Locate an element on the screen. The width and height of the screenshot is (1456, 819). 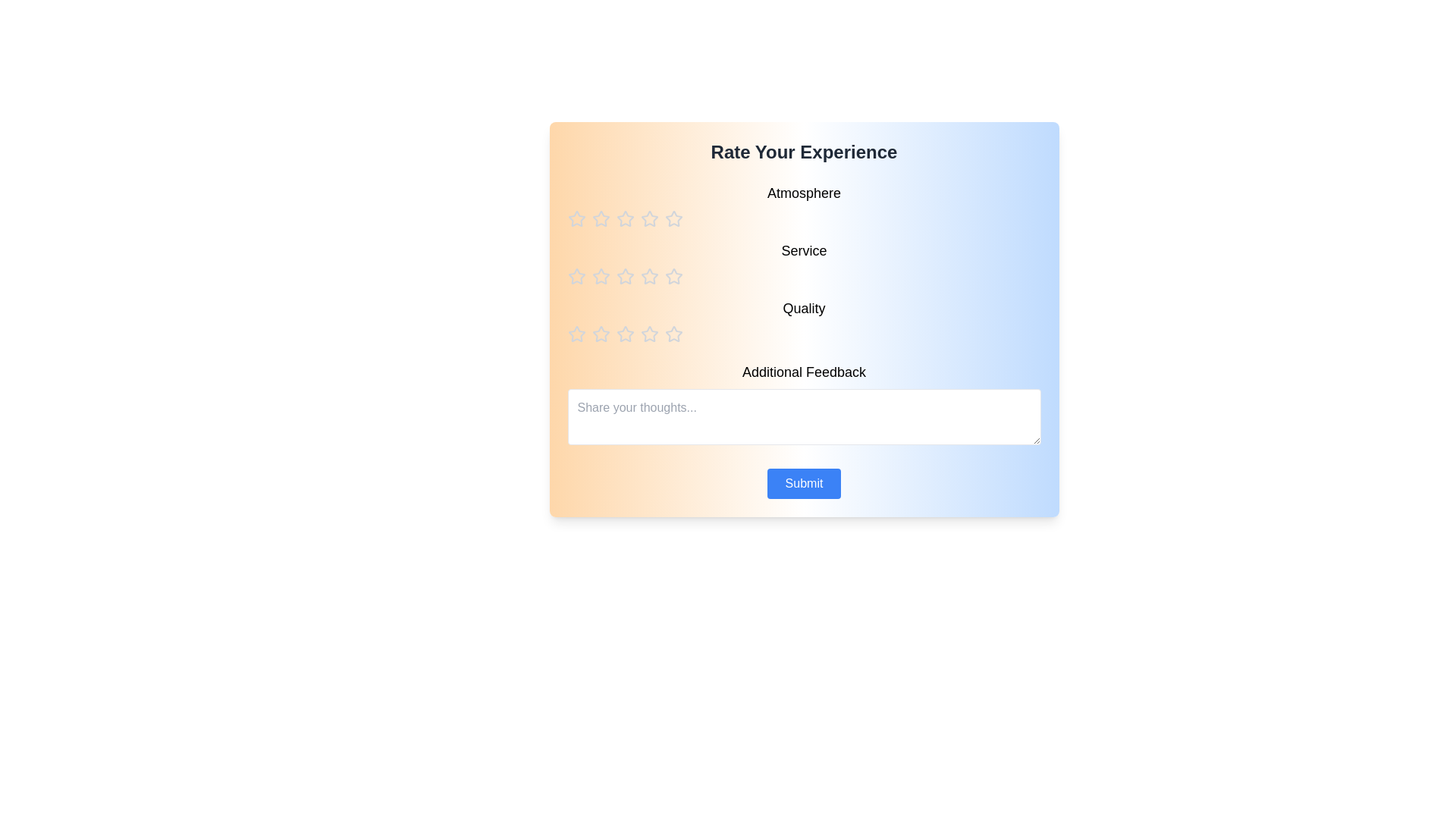
the star corresponding to the rating 3 for the category service is located at coordinates (625, 277).